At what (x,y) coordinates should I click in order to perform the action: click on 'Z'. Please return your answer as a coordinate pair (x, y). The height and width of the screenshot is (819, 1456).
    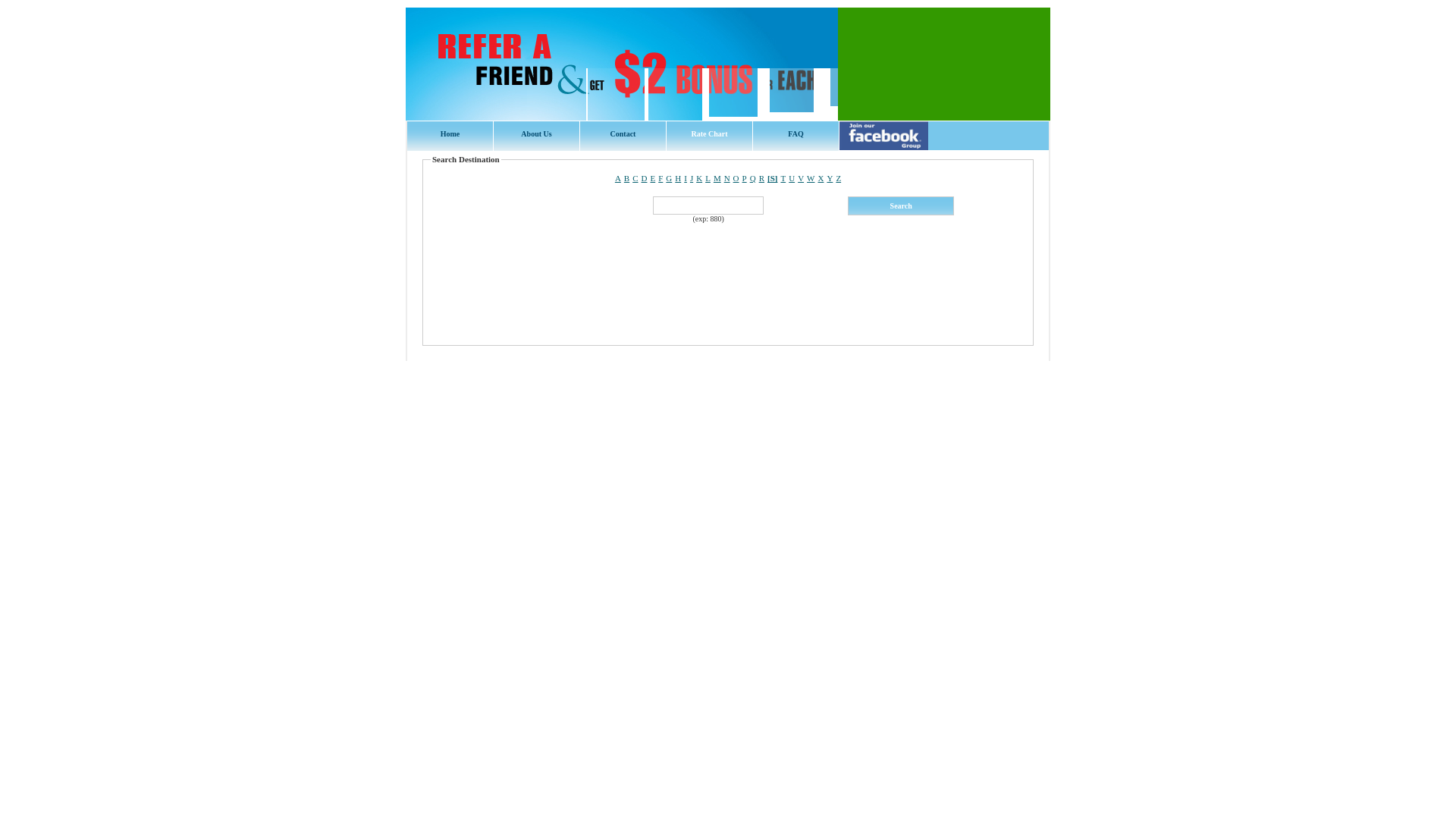
    Looking at the image, I should click on (837, 177).